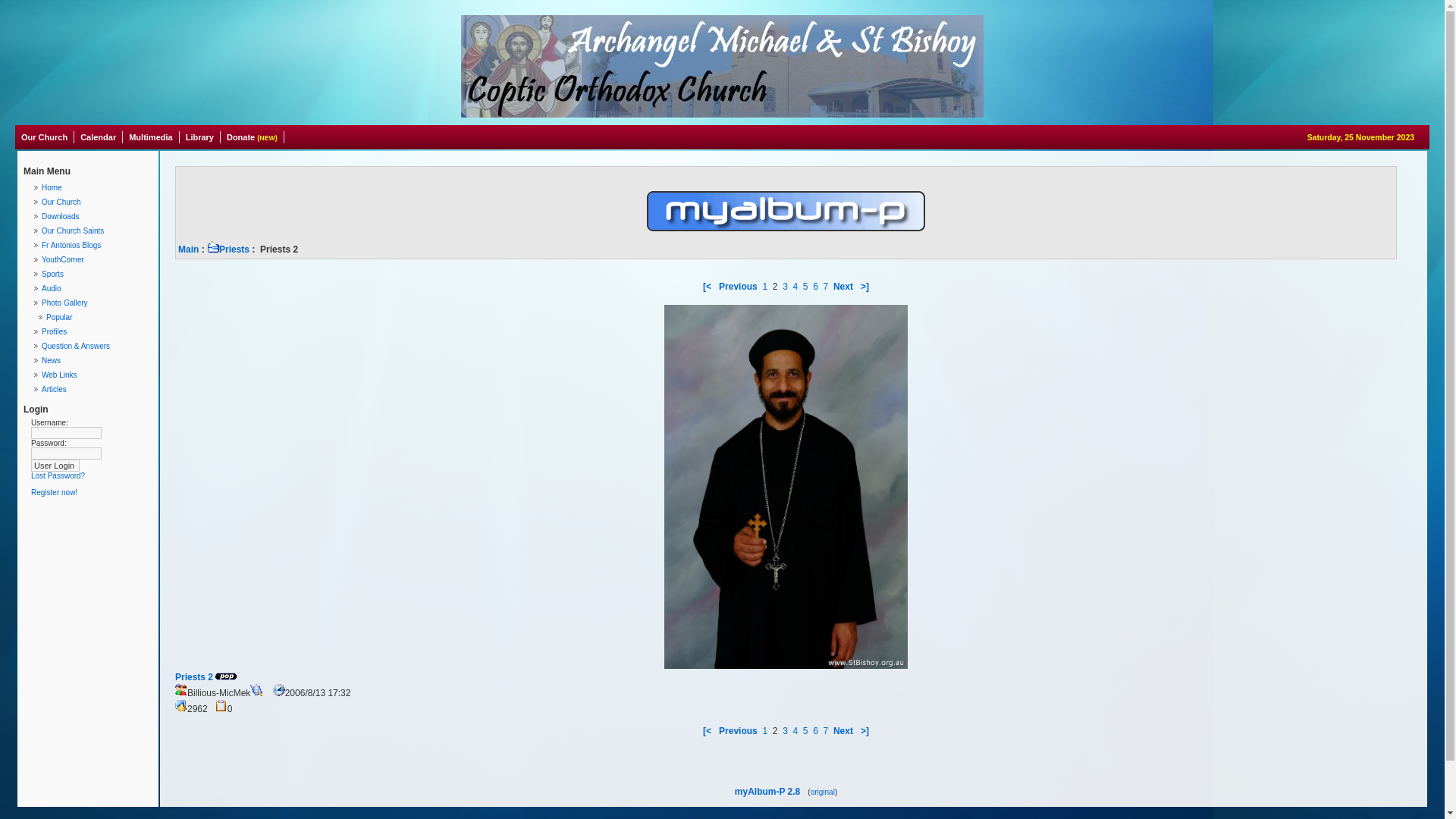  Describe the element at coordinates (97, 137) in the screenshot. I see `'Calendar'` at that location.